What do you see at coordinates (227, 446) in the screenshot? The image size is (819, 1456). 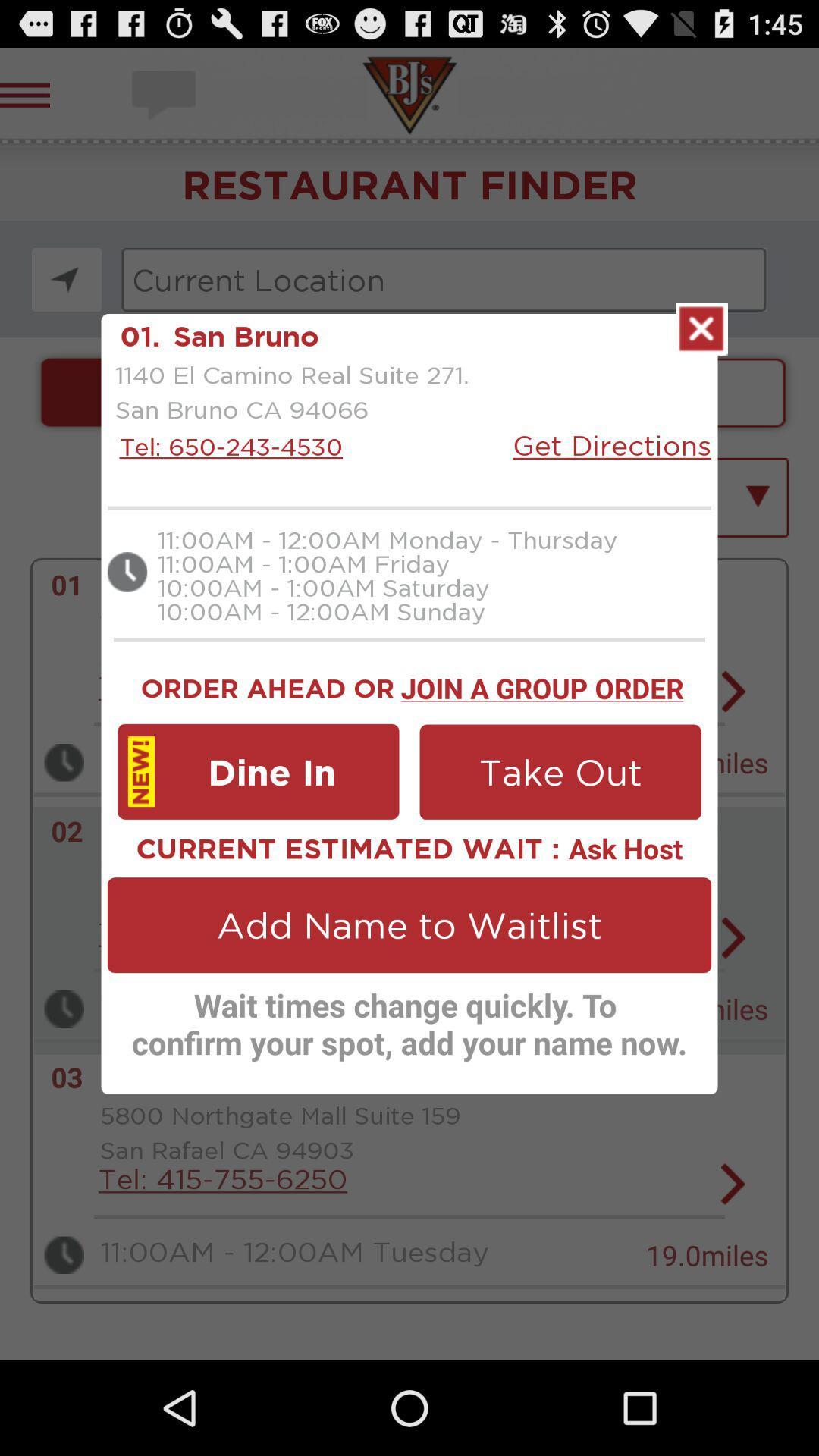 I see `app below the 1140 el camino` at bounding box center [227, 446].